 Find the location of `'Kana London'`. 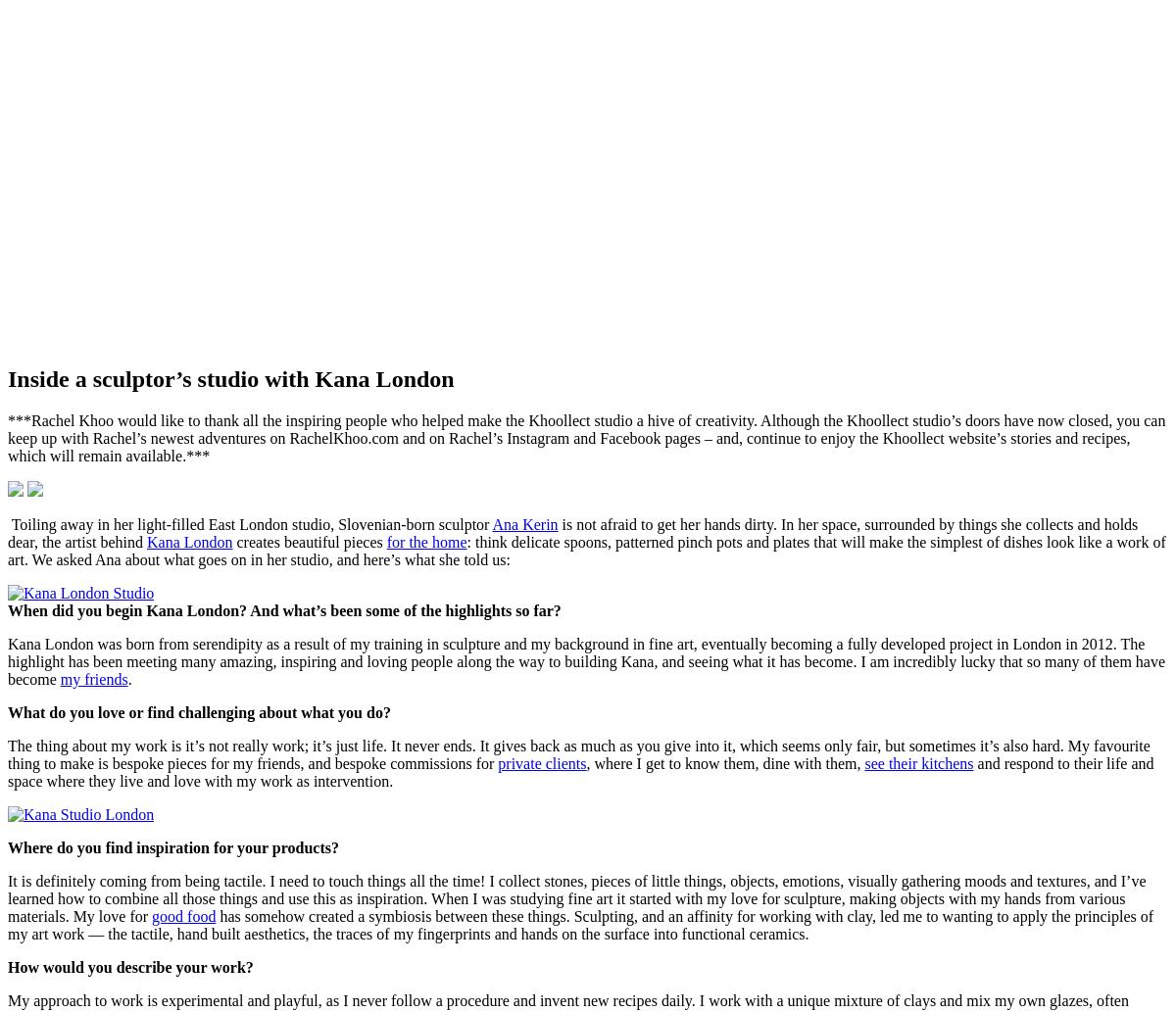

'Kana London' is located at coordinates (187, 540).